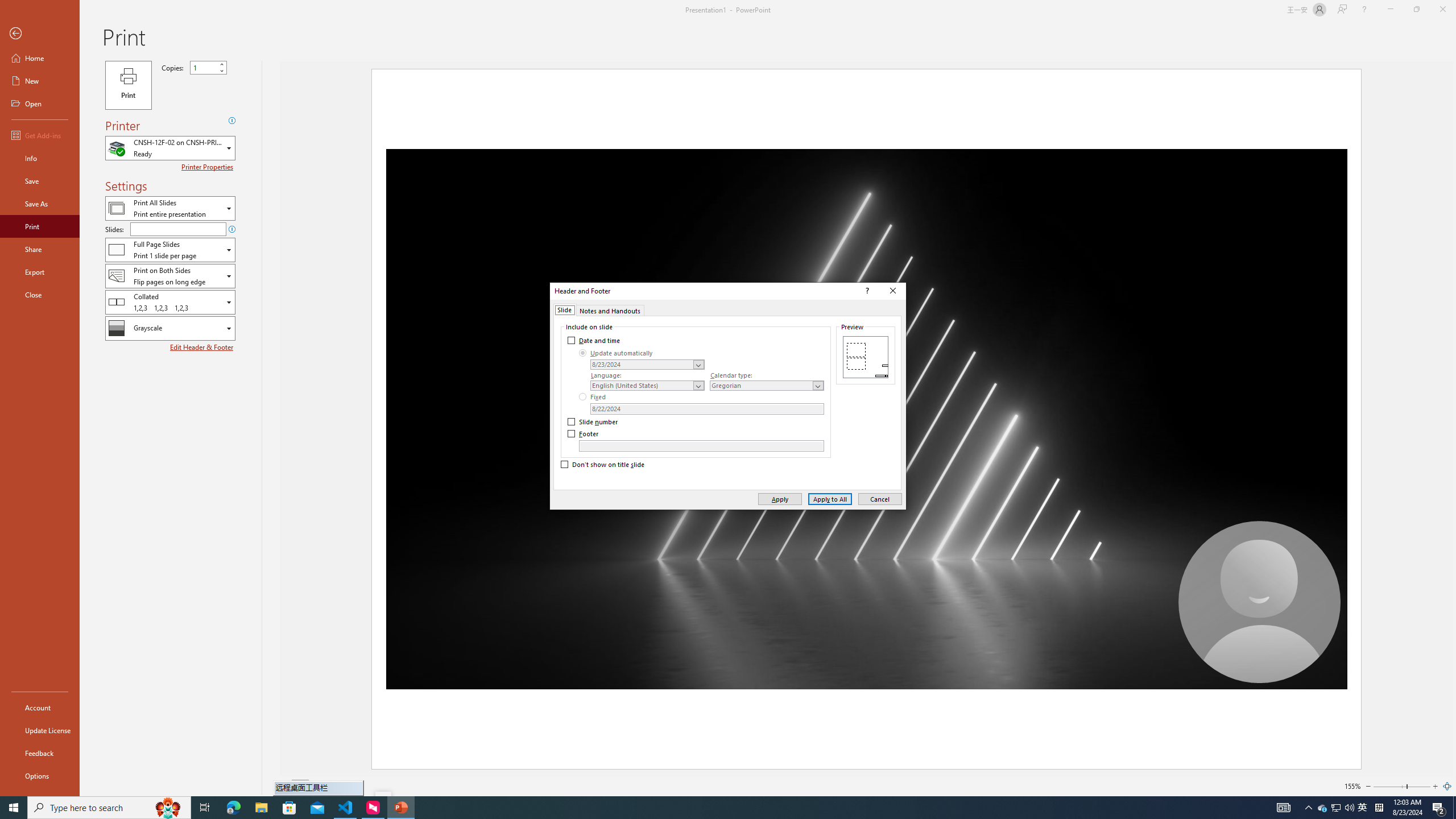  Describe the element at coordinates (39, 775) in the screenshot. I see `'Options'` at that location.